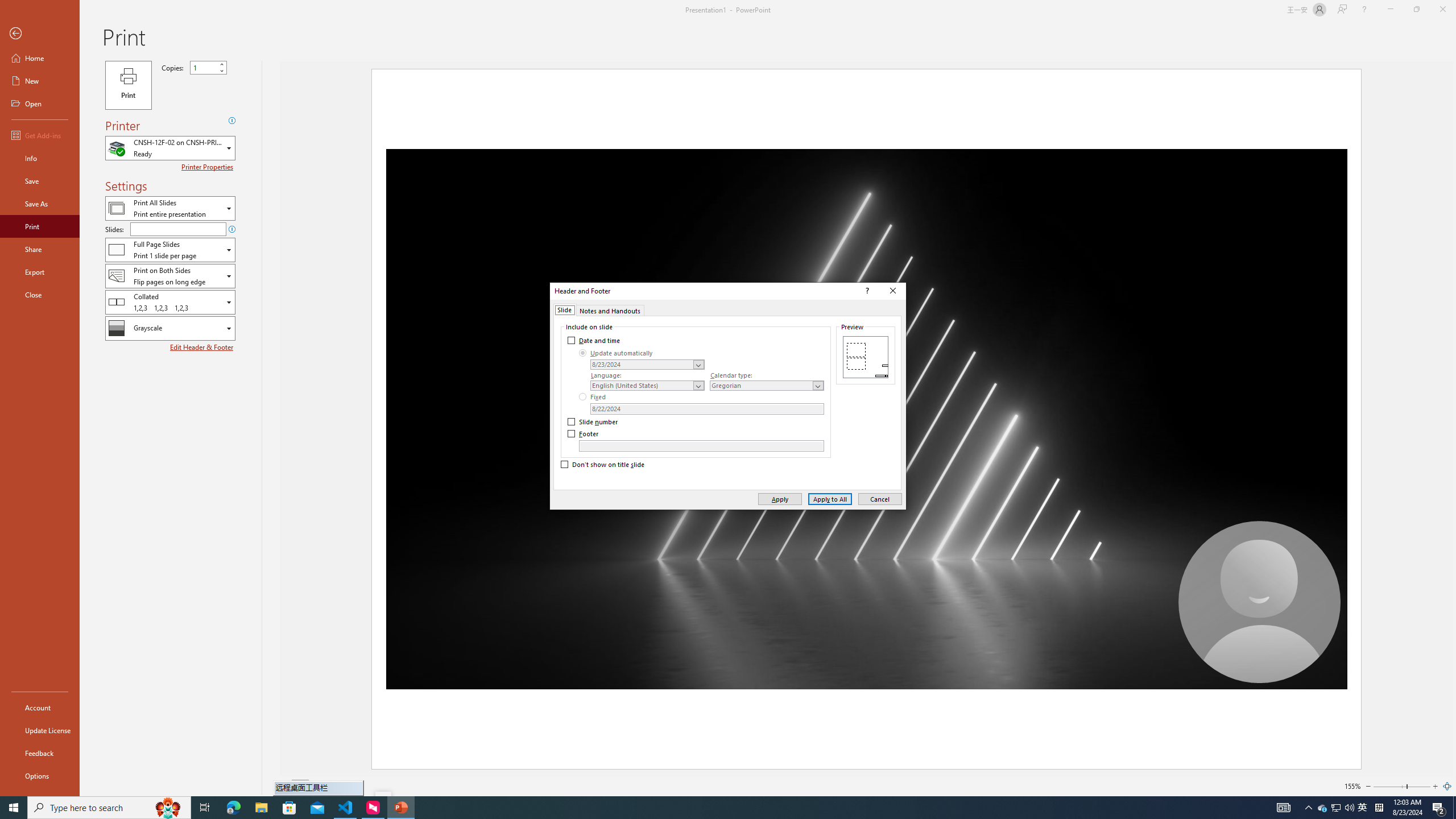  Describe the element at coordinates (39, 775) in the screenshot. I see `'Options'` at that location.